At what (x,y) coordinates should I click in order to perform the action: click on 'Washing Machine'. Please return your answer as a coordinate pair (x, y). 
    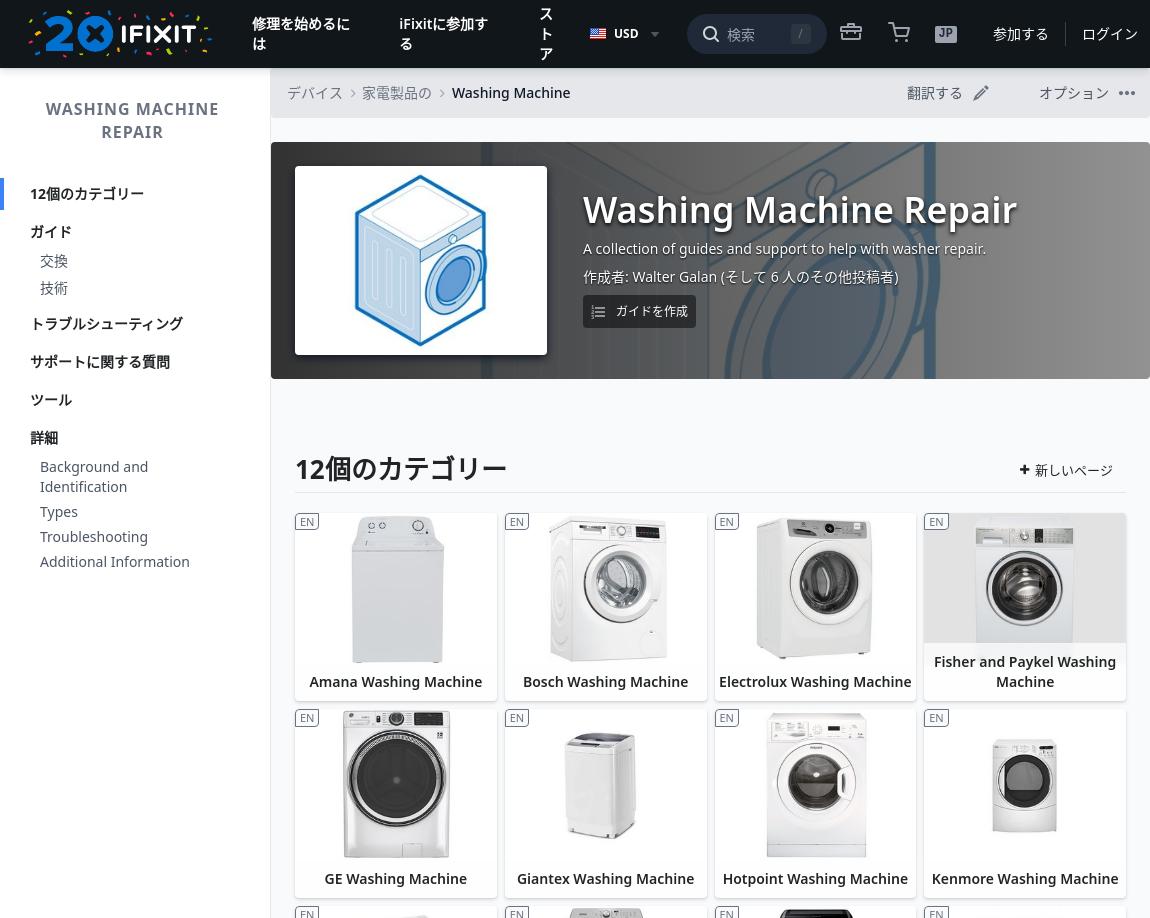
    Looking at the image, I should click on (510, 91).